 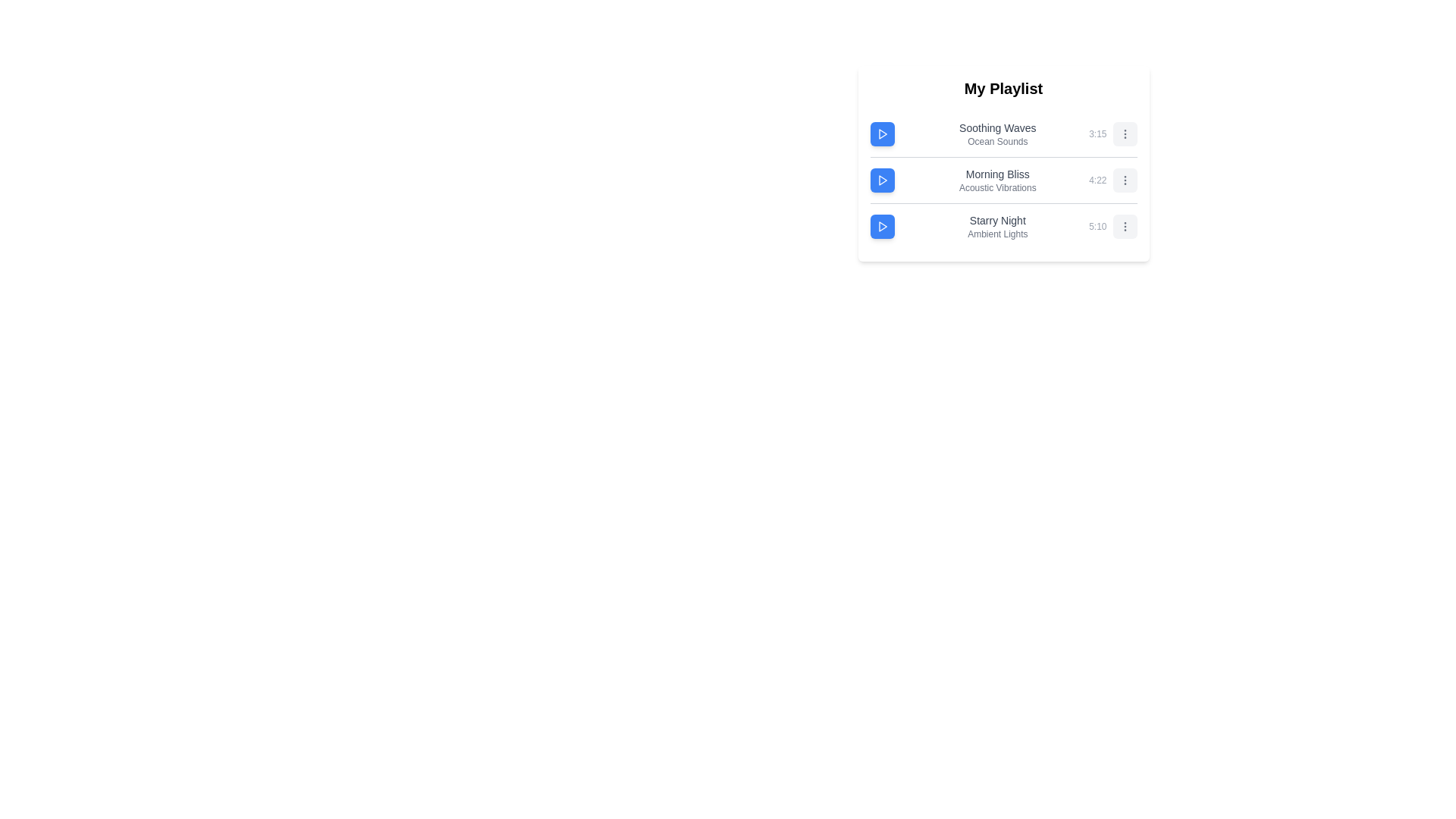 What do you see at coordinates (997, 127) in the screenshot?
I see `the 'Soothing Waves' text label element, which is styled in medium gray and is located above the subtitle 'Ocean Sounds' in the 'My Playlist' section` at bounding box center [997, 127].